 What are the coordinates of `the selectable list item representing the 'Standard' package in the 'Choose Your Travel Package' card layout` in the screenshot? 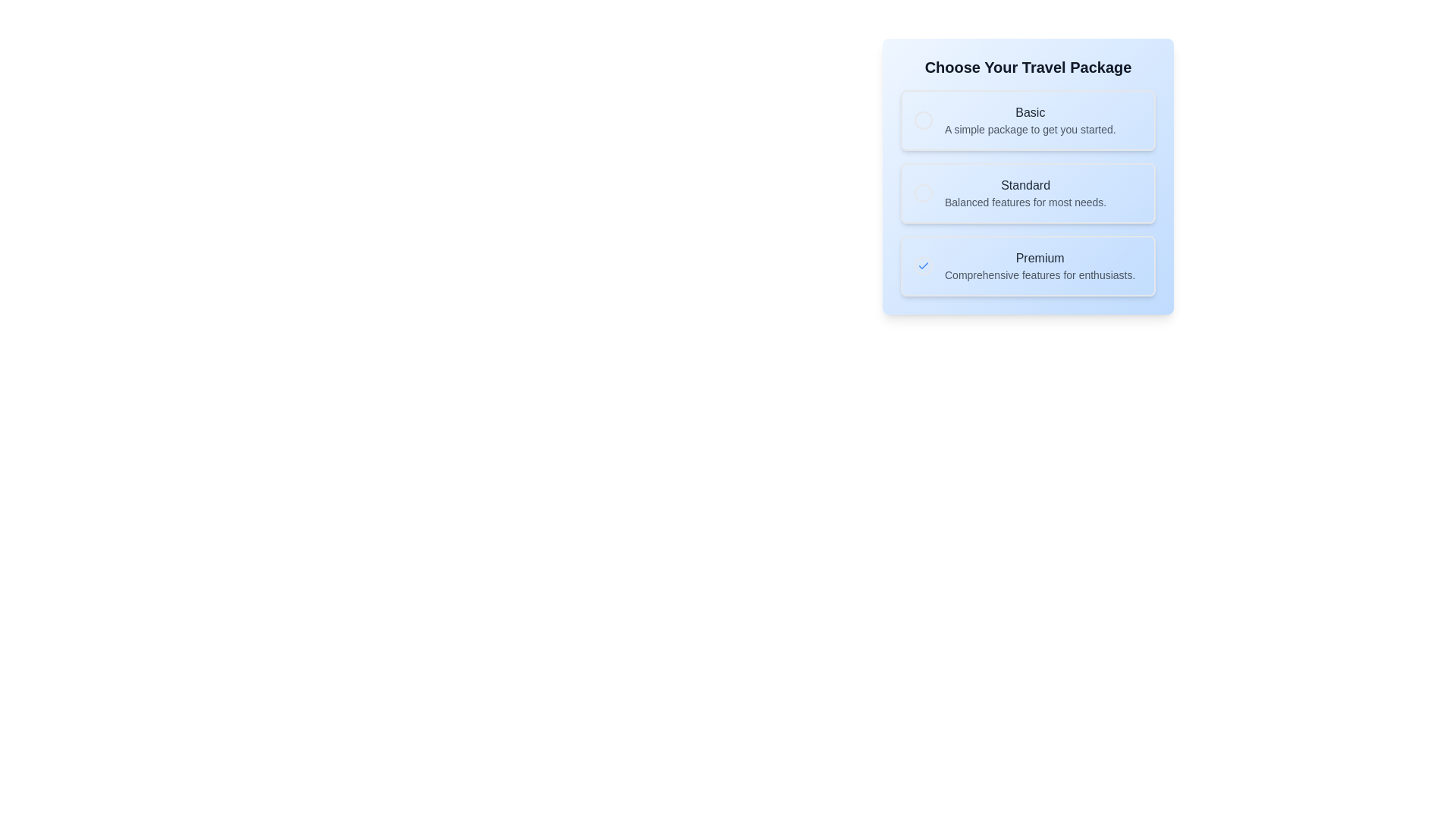 It's located at (1028, 192).